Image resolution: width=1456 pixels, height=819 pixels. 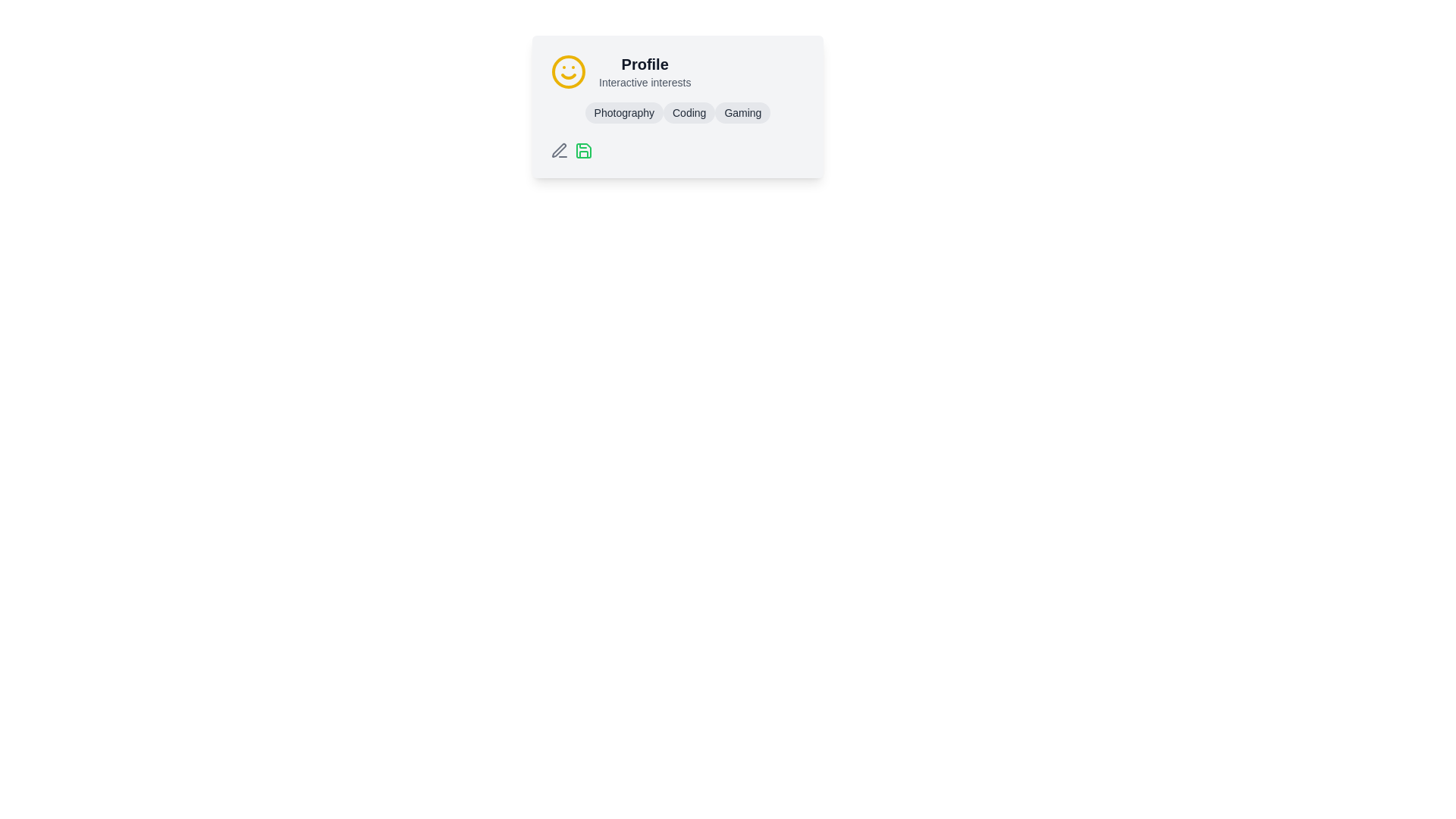 What do you see at coordinates (645, 72) in the screenshot?
I see `the text label that serves as a heading and subheading for the user profile card, located slightly to the right and centered at the top of the card, above the interests labels` at bounding box center [645, 72].